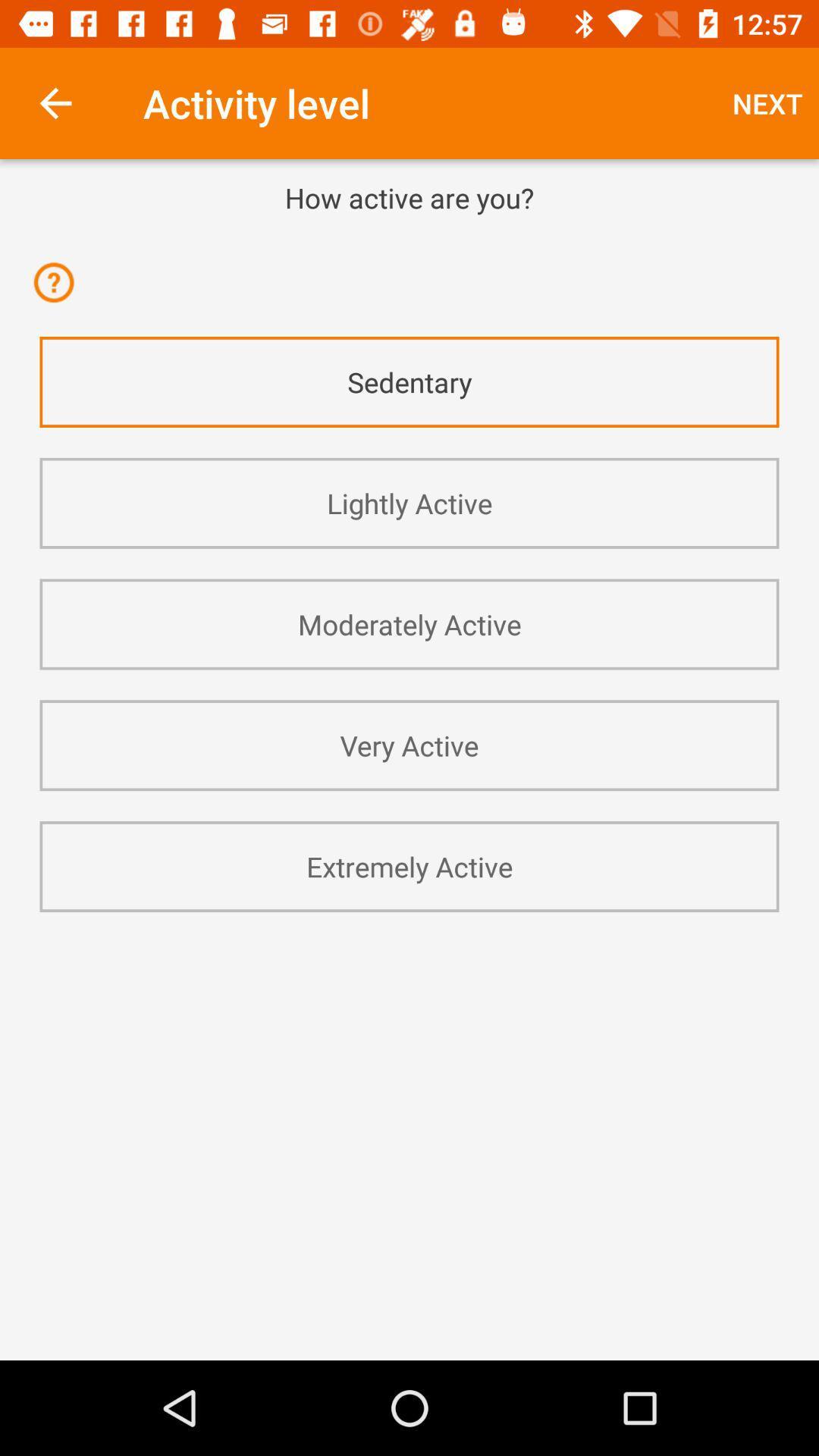 This screenshot has width=819, height=1456. I want to click on the lightly active icon, so click(409, 503).